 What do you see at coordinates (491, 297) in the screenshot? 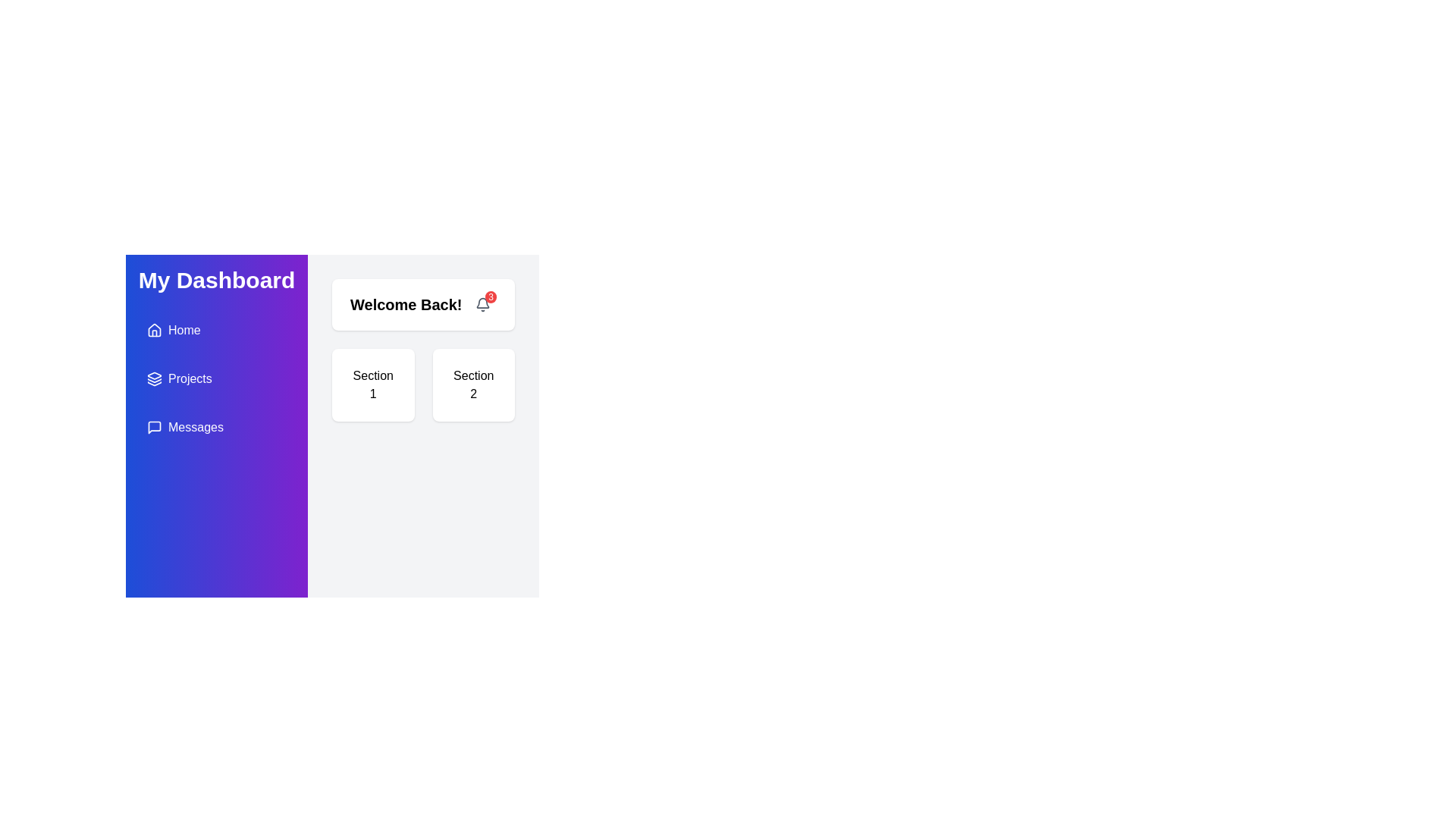
I see `the Notification Badge located at the top-right corner of the bell icon in the 'Welcome Back!' section, which indicates the number of new notifications or alerts` at bounding box center [491, 297].